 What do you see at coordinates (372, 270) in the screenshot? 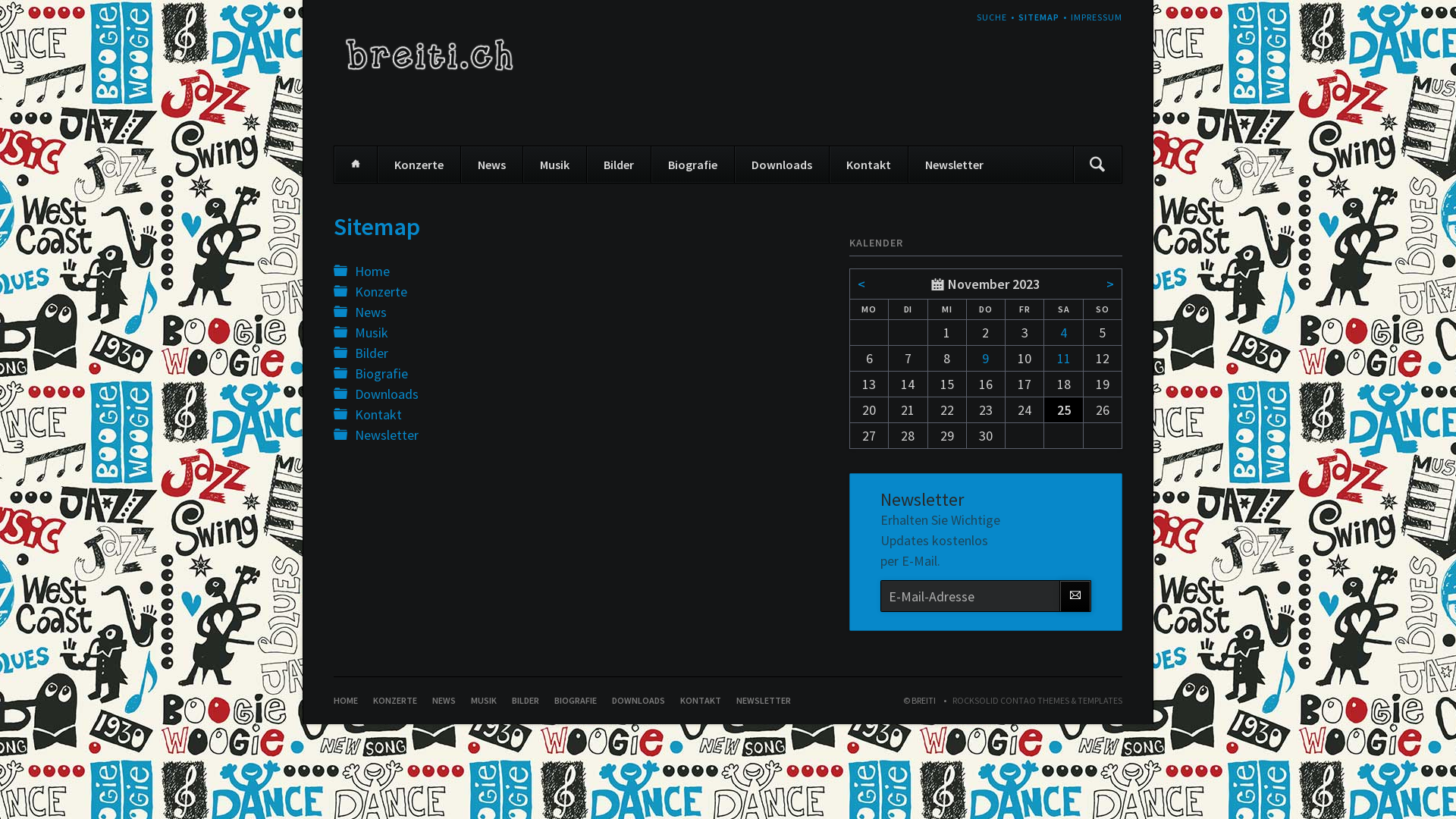
I see `'Home'` at bounding box center [372, 270].